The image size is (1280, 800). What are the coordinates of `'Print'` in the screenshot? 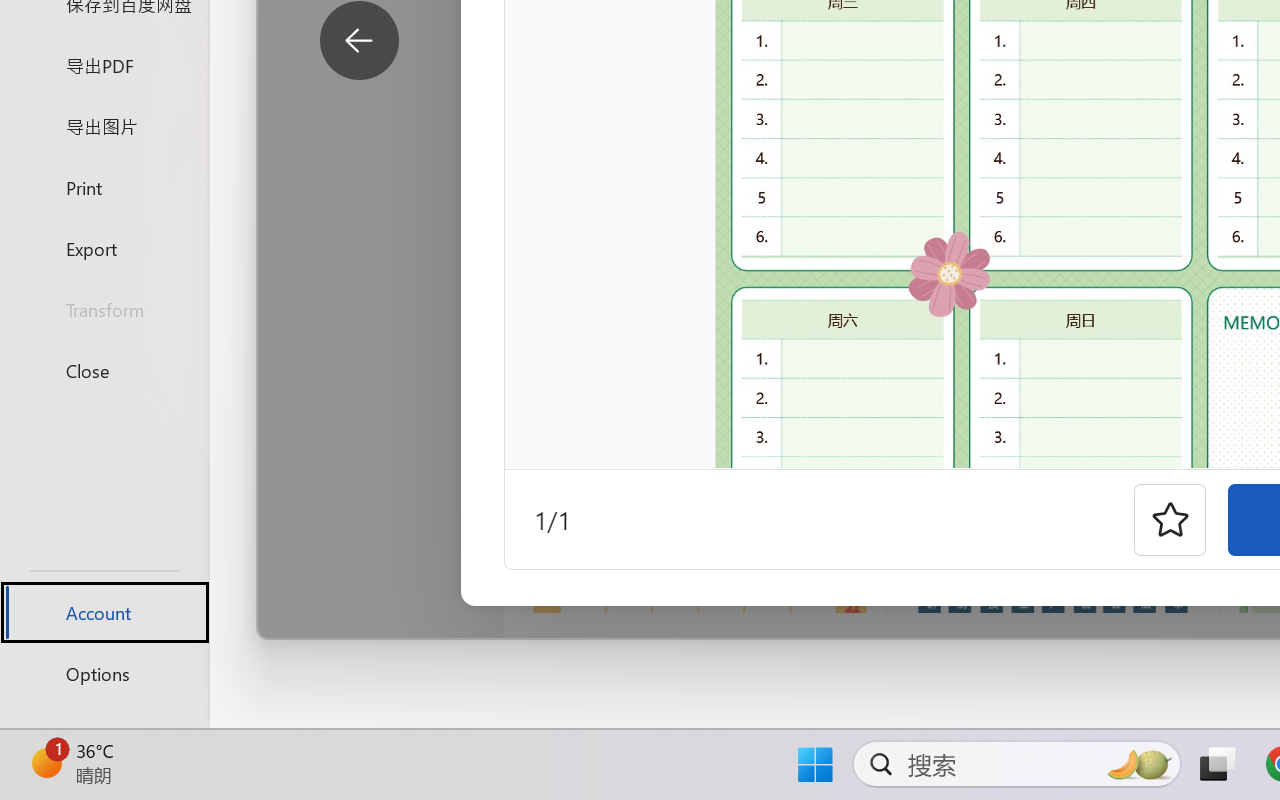 It's located at (103, 186).